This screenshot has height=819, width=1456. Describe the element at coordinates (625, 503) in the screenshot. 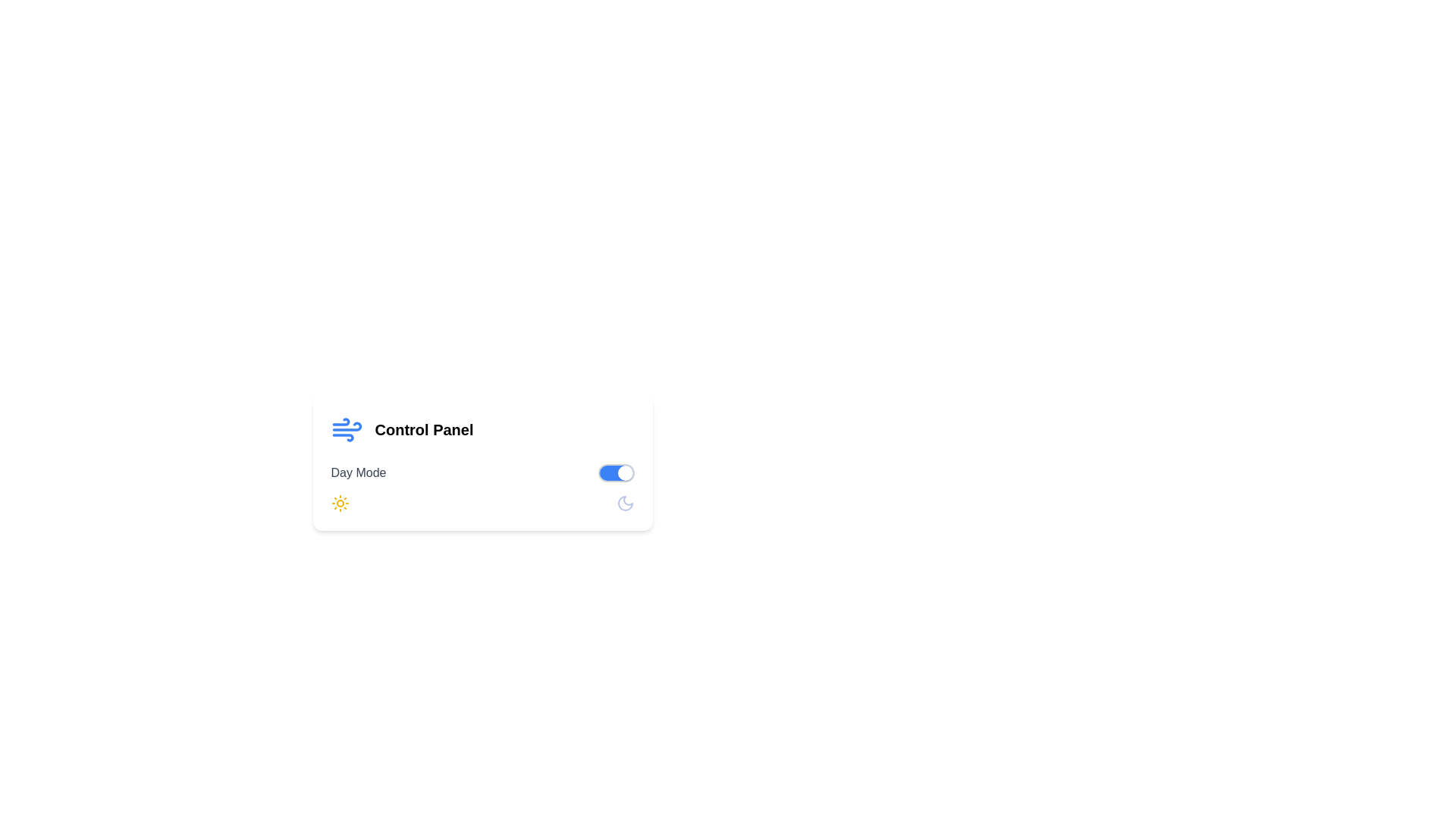

I see `the crescent moon-shaped icon with a light blue color located in the 'Control Panel' card near the bottom right corner, visually grouped with the 'Day Mode' text and the sun icon` at that location.